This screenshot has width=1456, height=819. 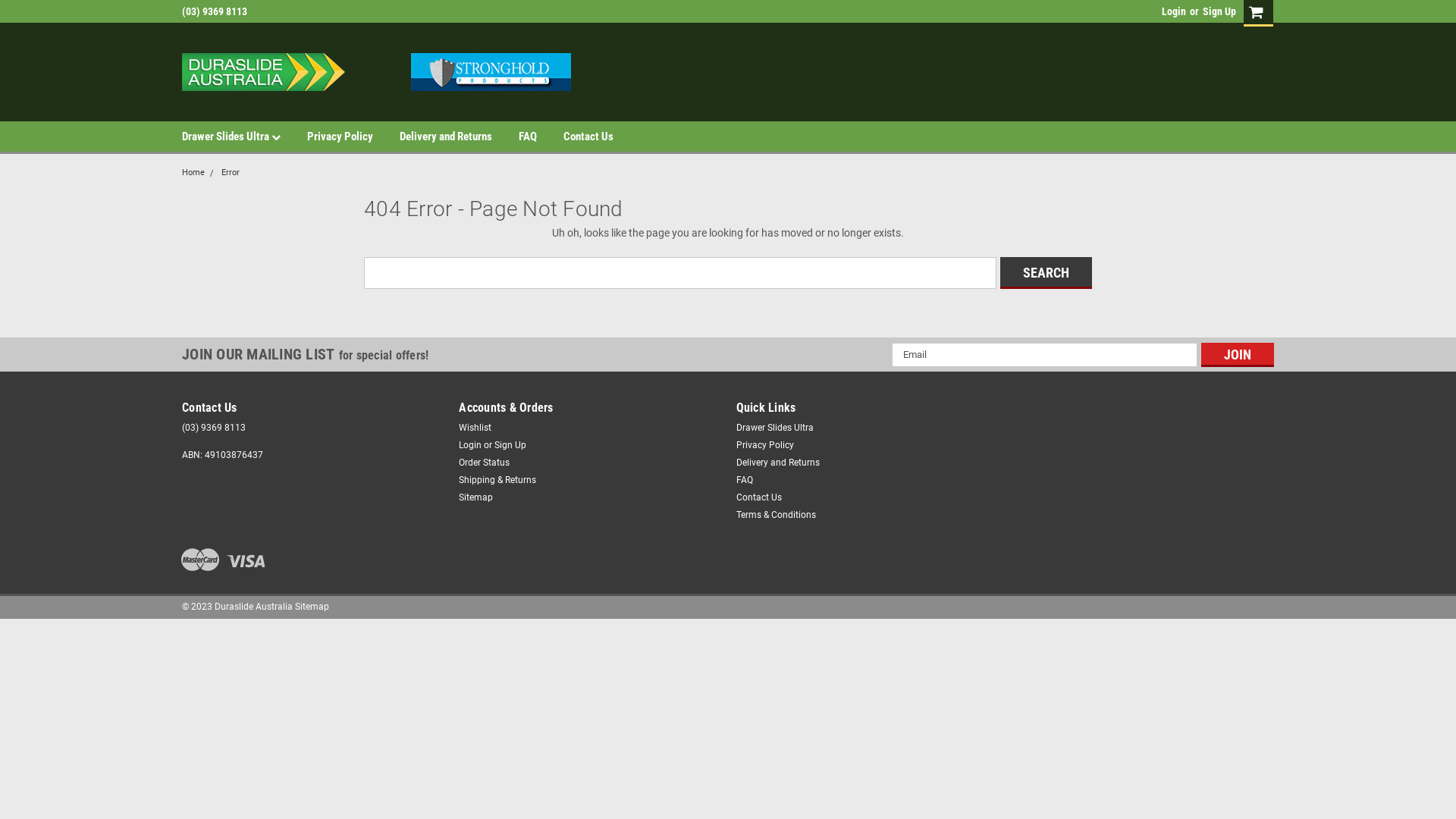 What do you see at coordinates (497, 479) in the screenshot?
I see `'Shipping & Returns'` at bounding box center [497, 479].